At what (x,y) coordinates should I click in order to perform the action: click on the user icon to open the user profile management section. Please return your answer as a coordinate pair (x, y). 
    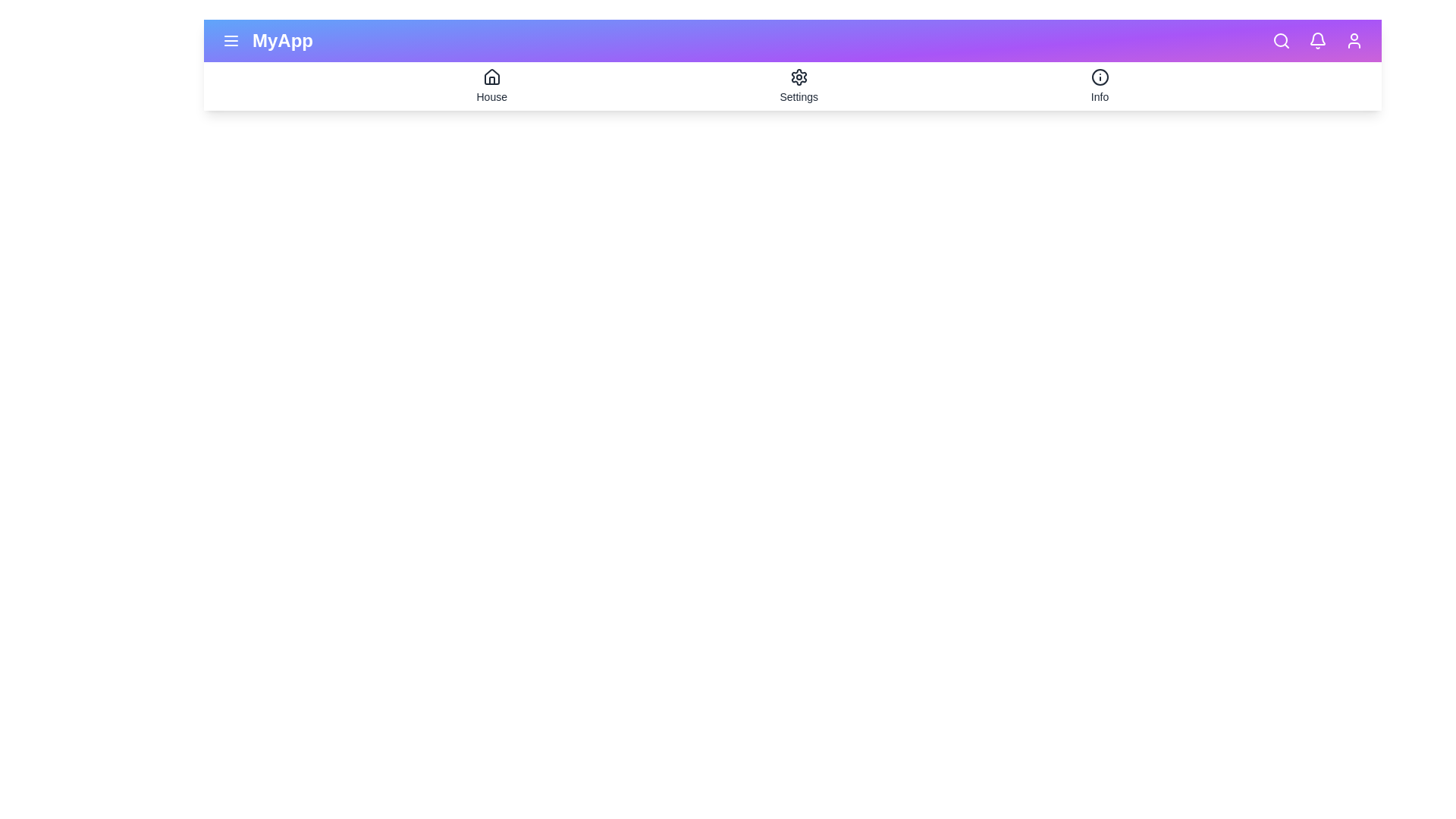
    Looking at the image, I should click on (1354, 40).